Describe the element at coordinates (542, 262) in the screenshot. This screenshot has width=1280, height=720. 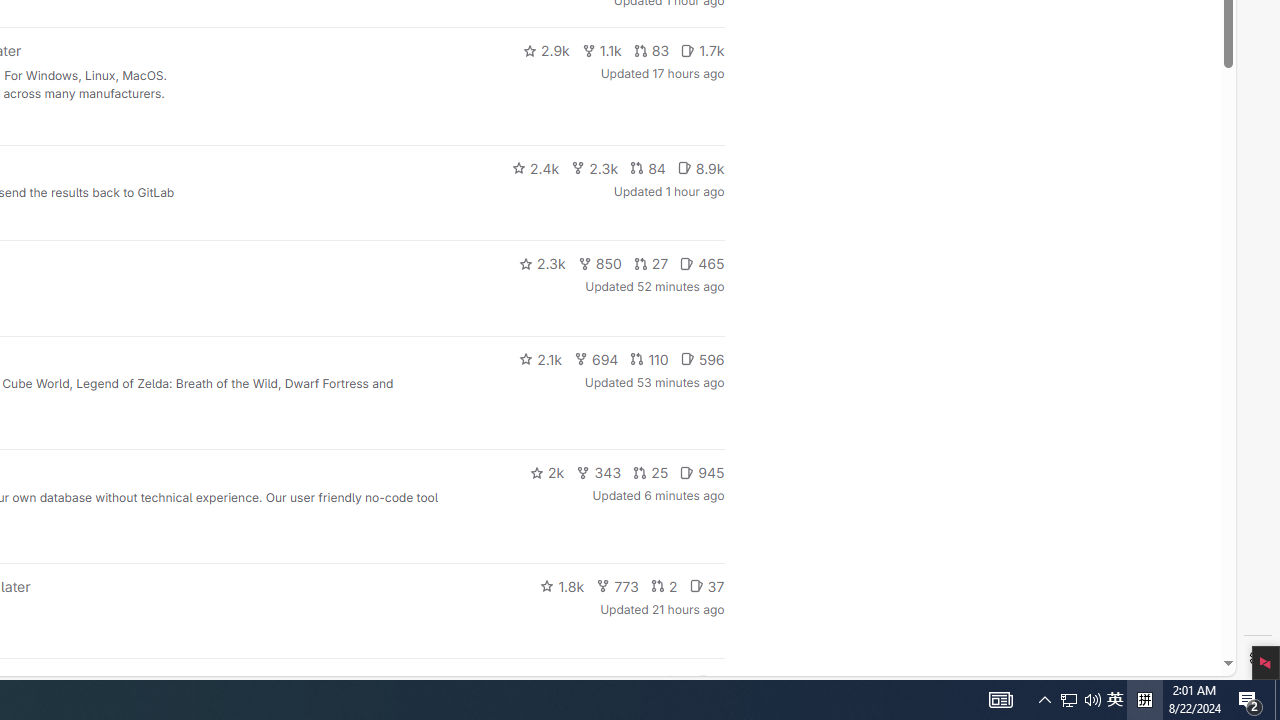
I see `'2.3k'` at that location.